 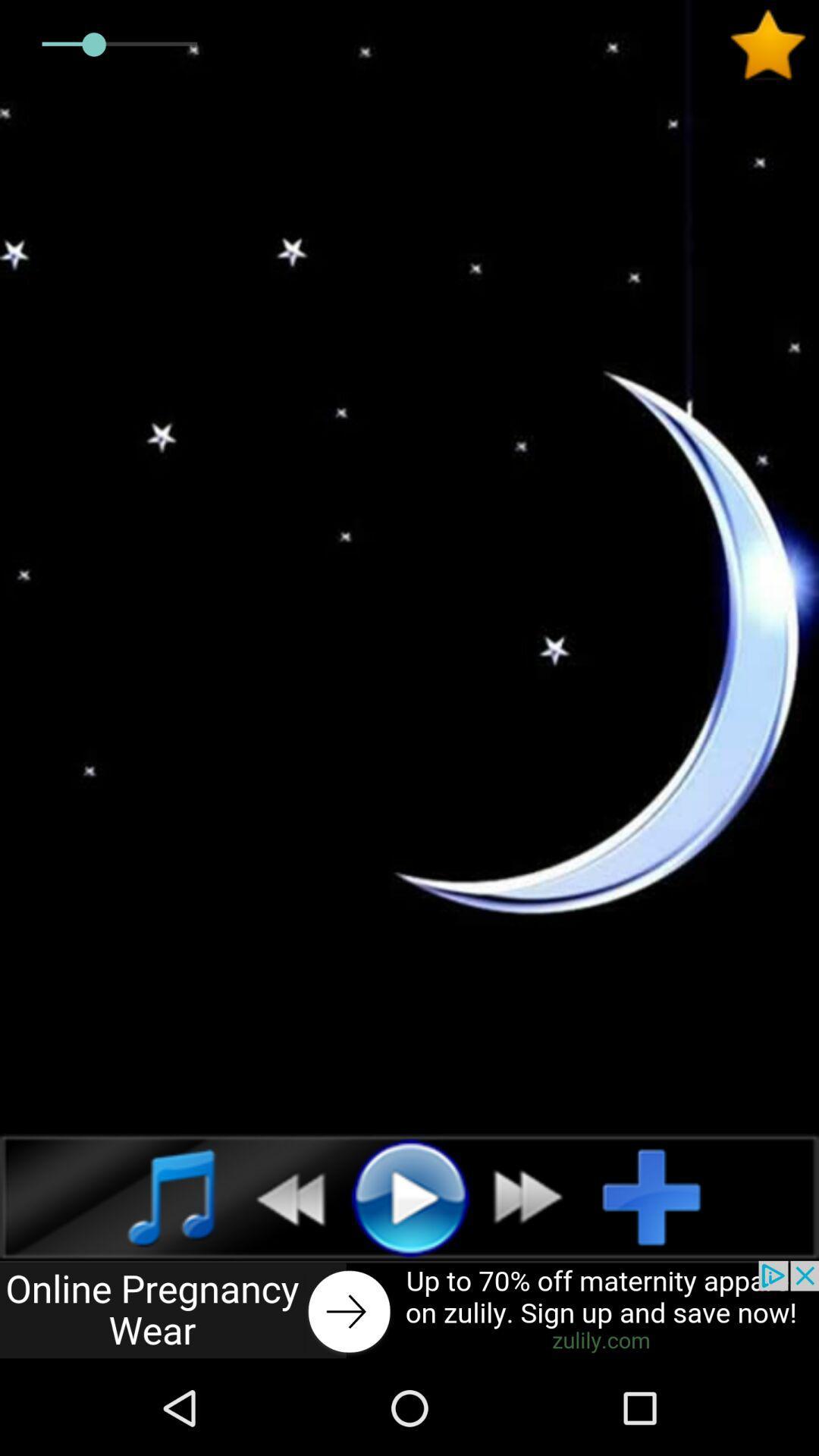 What do you see at coordinates (409, 1310) in the screenshot?
I see `online pregnancy wear` at bounding box center [409, 1310].